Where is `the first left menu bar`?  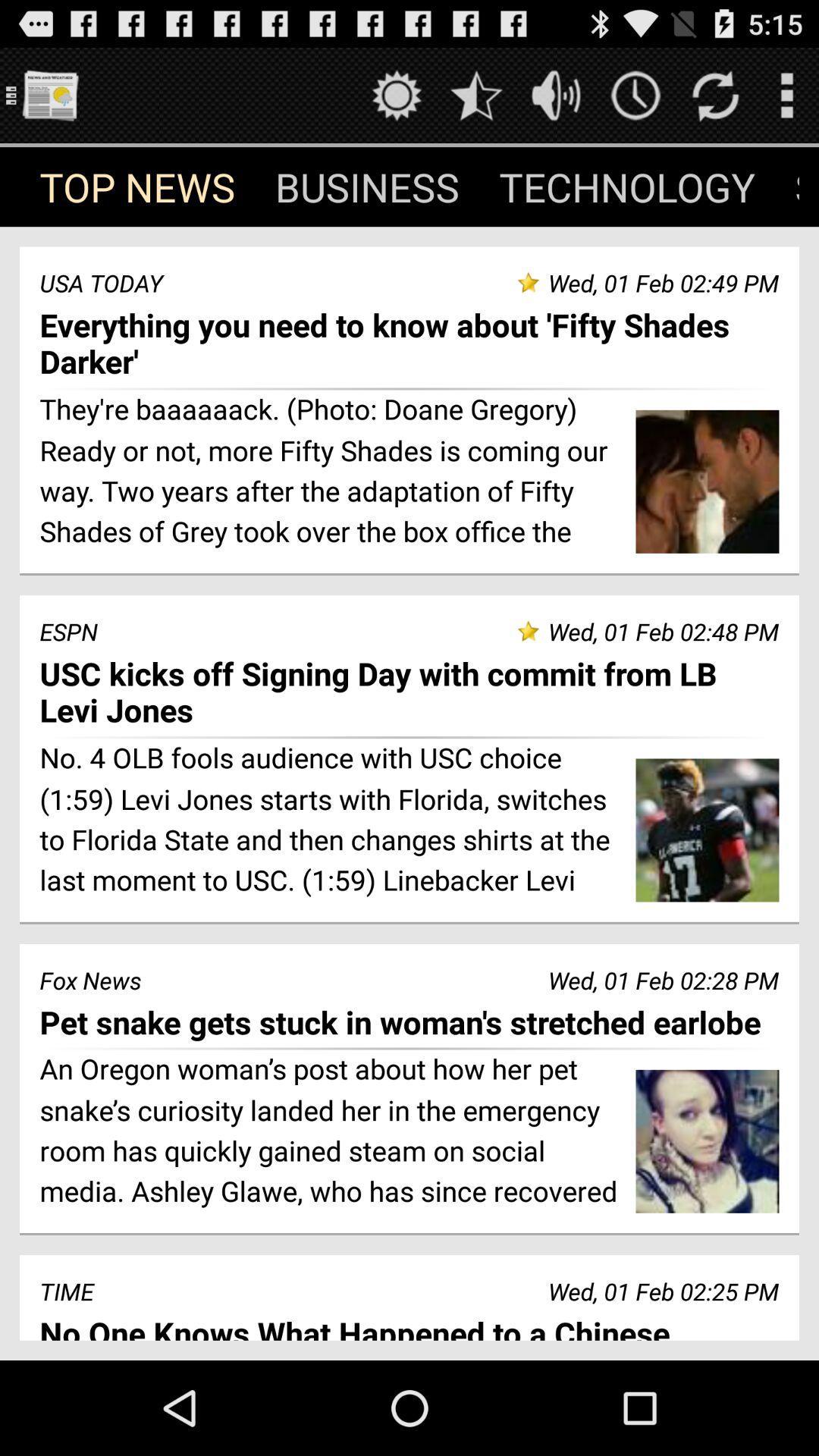 the first left menu bar is located at coordinates (137, 186).